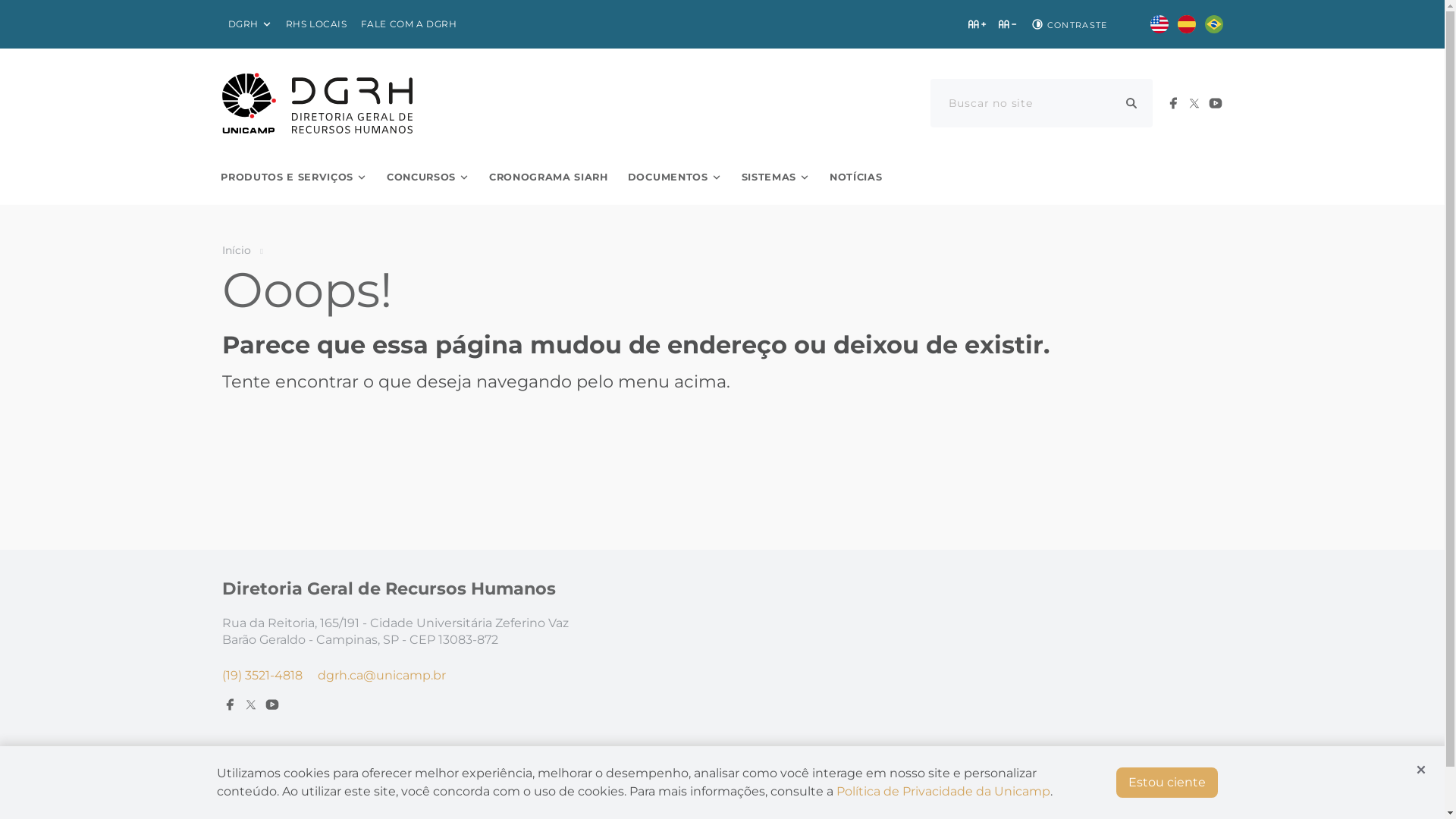 This screenshot has width=1456, height=819. What do you see at coordinates (548, 177) in the screenshot?
I see `'CRONOGRAMA SIARH'` at bounding box center [548, 177].